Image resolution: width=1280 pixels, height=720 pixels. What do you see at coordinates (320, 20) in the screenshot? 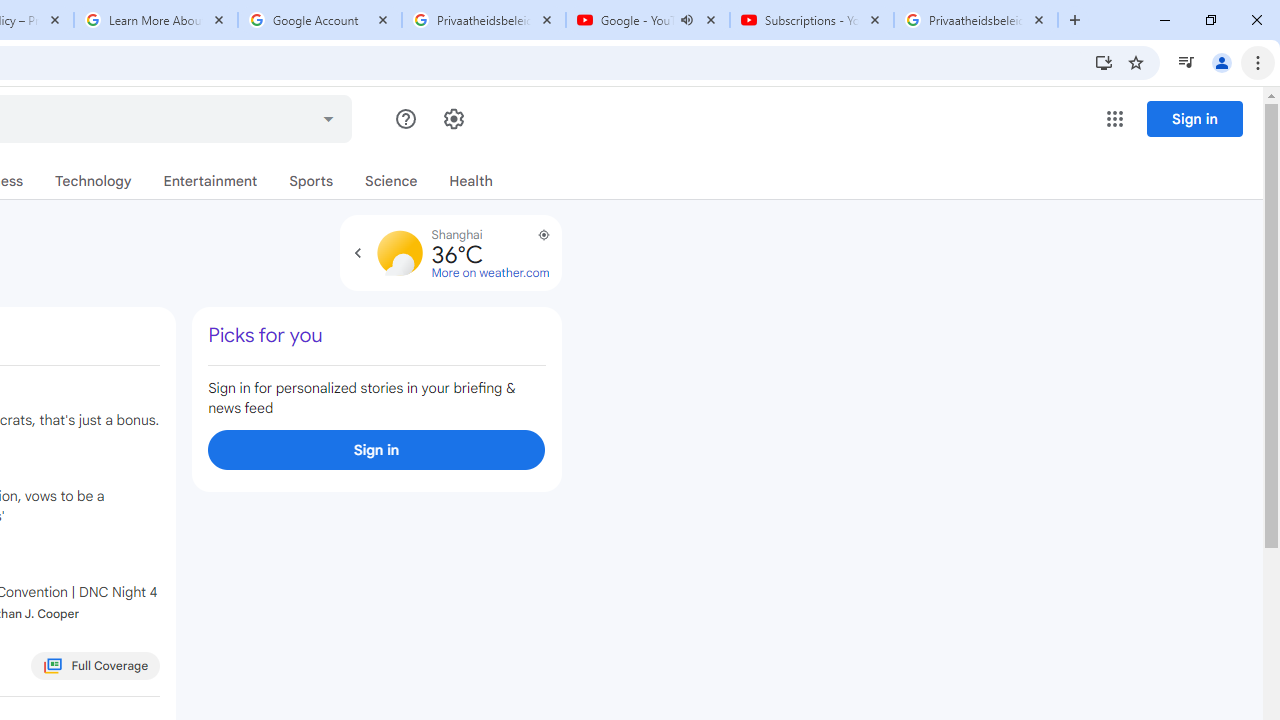
I see `'Google Account'` at bounding box center [320, 20].